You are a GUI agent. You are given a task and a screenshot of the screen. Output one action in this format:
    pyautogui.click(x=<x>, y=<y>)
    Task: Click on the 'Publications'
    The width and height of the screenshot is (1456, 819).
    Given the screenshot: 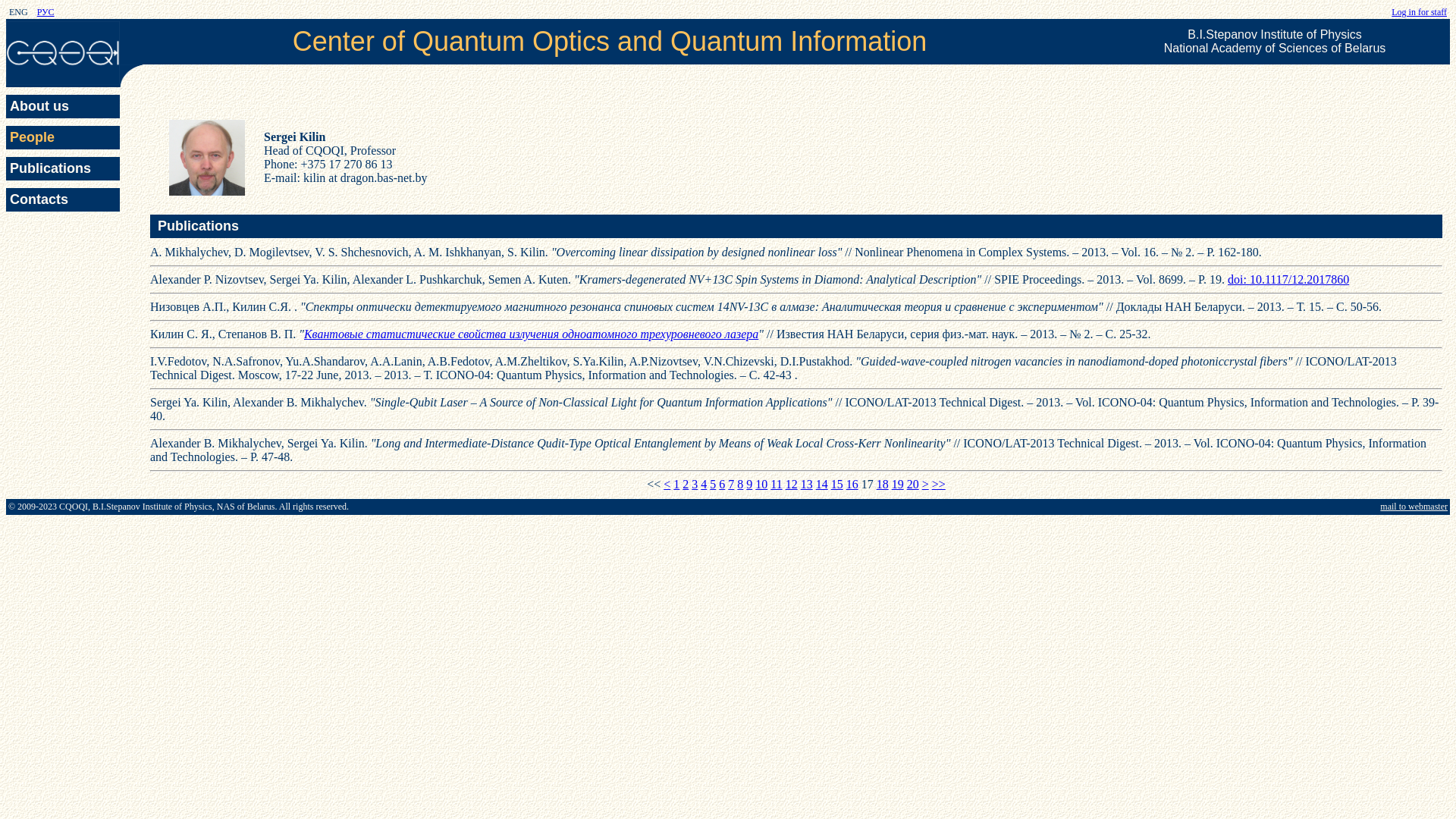 What is the action you would take?
    pyautogui.click(x=61, y=168)
    